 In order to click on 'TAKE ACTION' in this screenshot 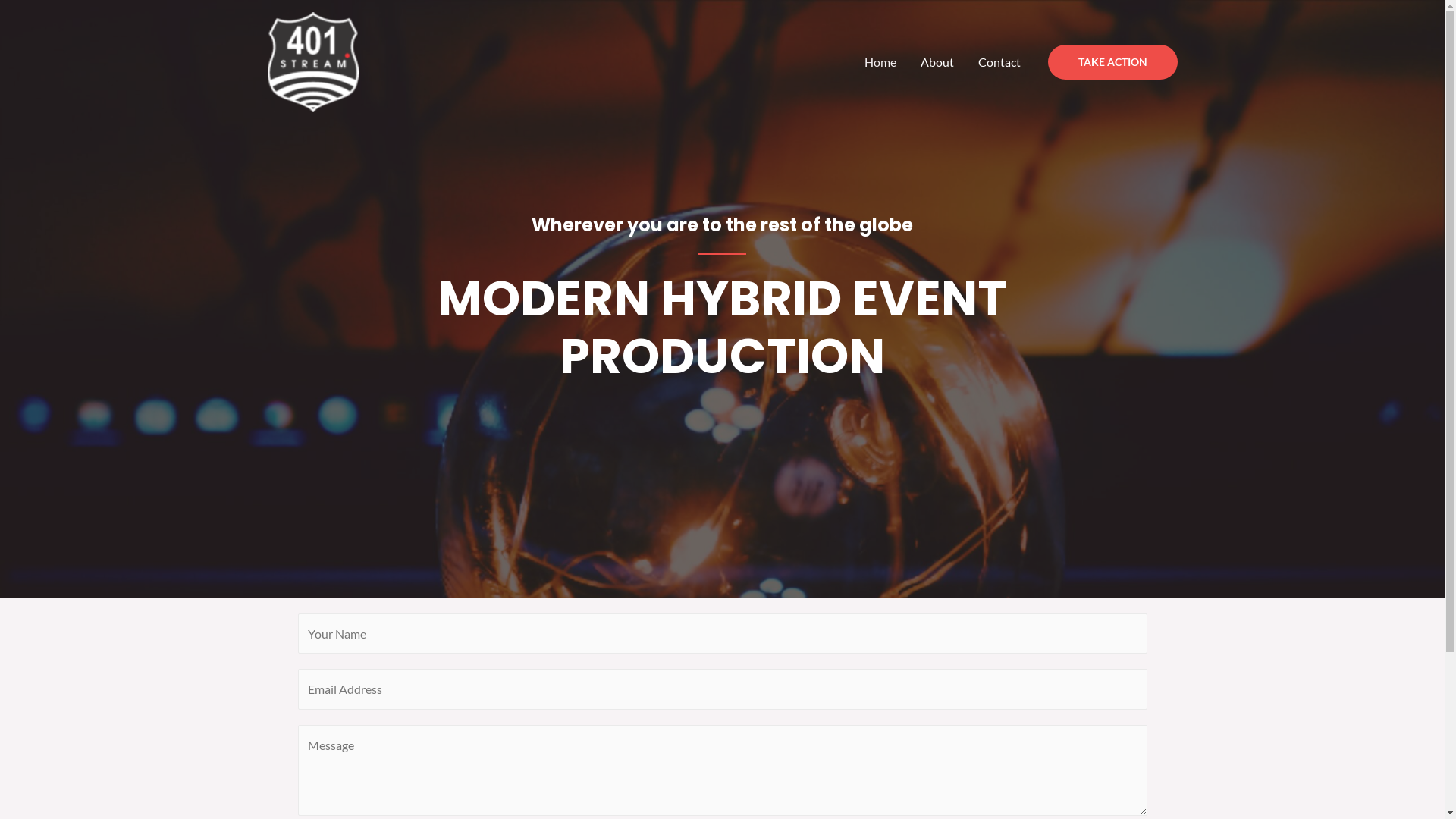, I will do `click(1112, 61)`.